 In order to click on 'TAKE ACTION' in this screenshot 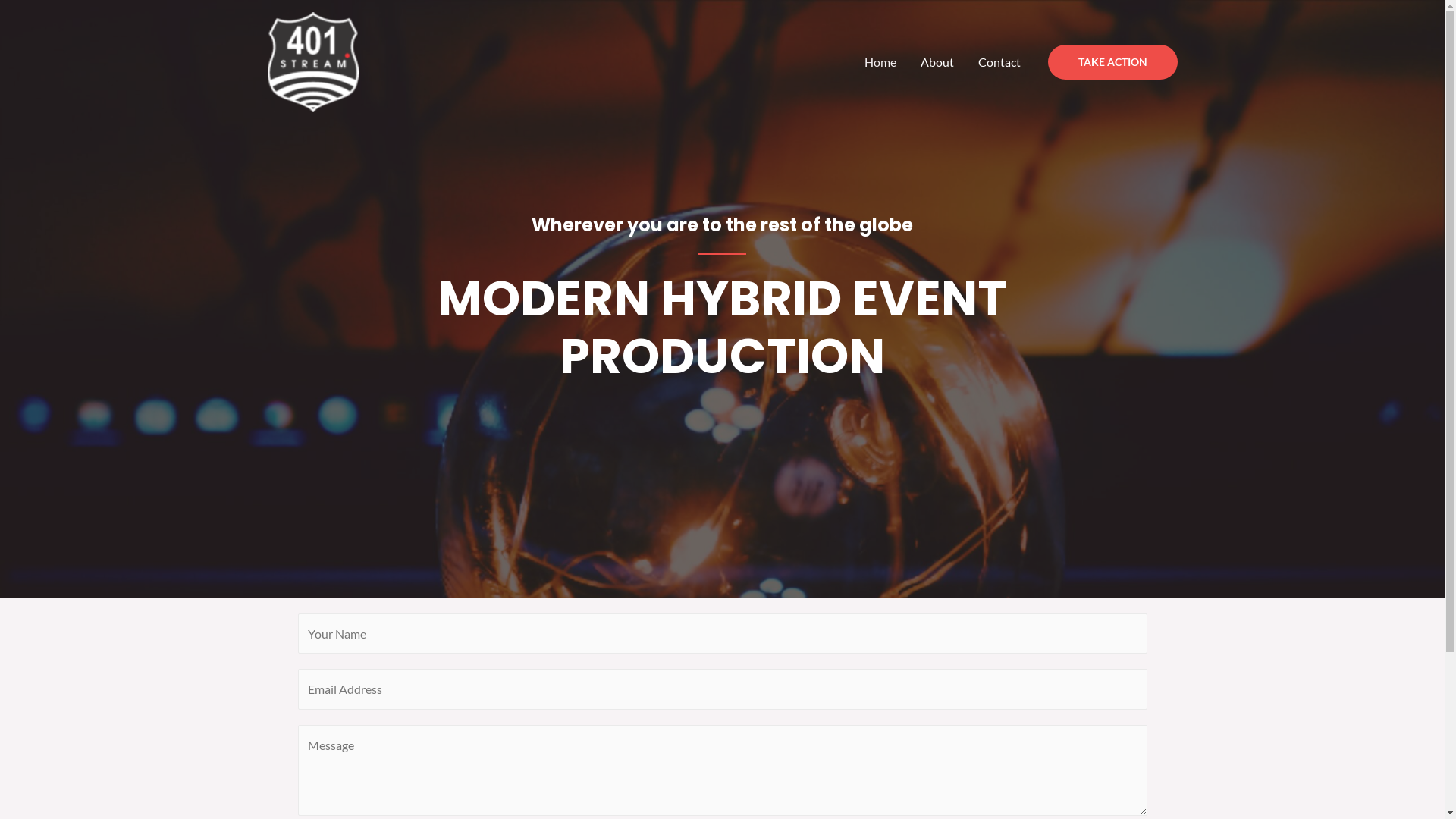, I will do `click(1112, 61)`.